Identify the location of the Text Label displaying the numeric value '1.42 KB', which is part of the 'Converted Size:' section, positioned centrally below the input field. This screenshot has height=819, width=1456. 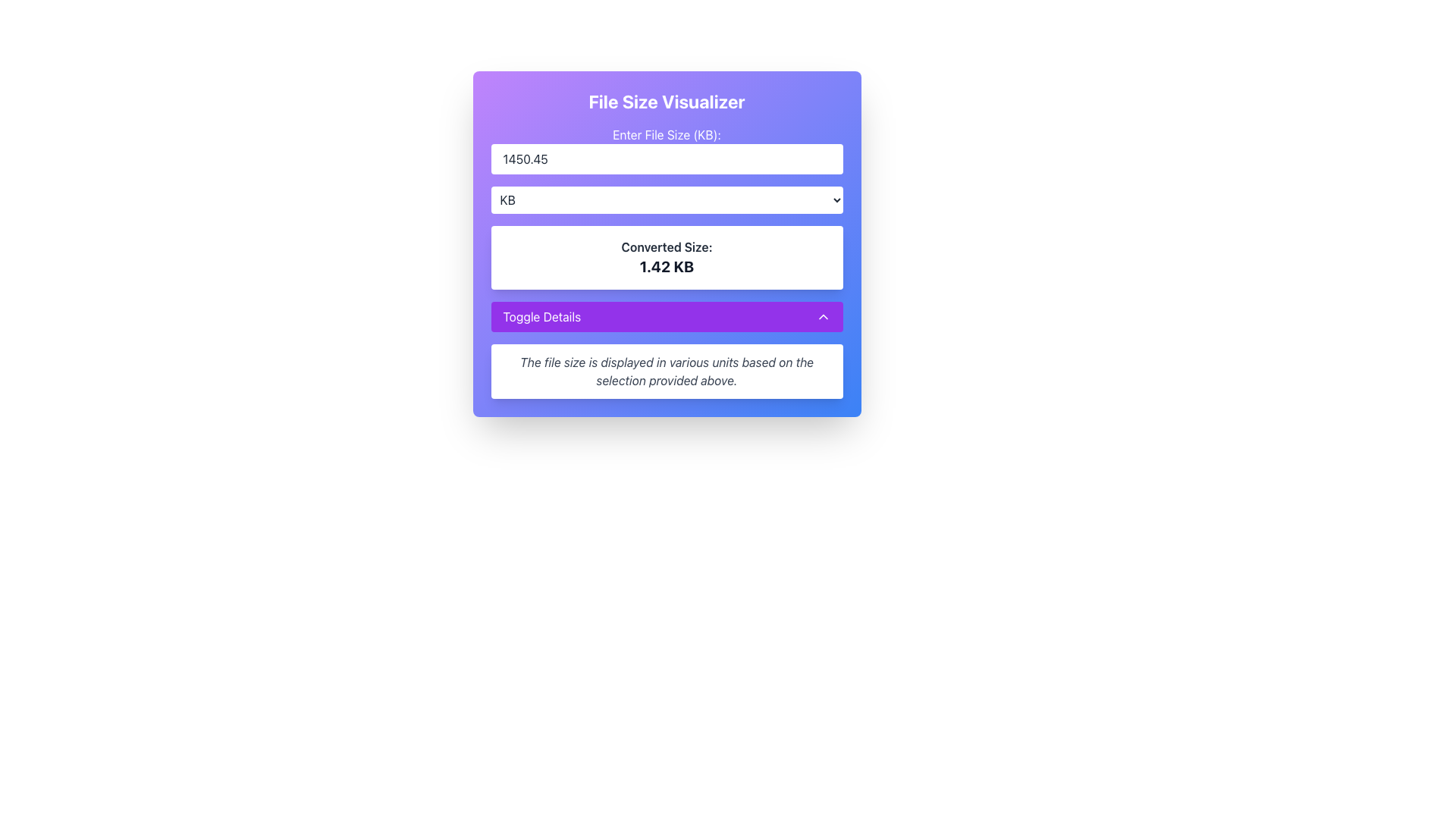
(667, 265).